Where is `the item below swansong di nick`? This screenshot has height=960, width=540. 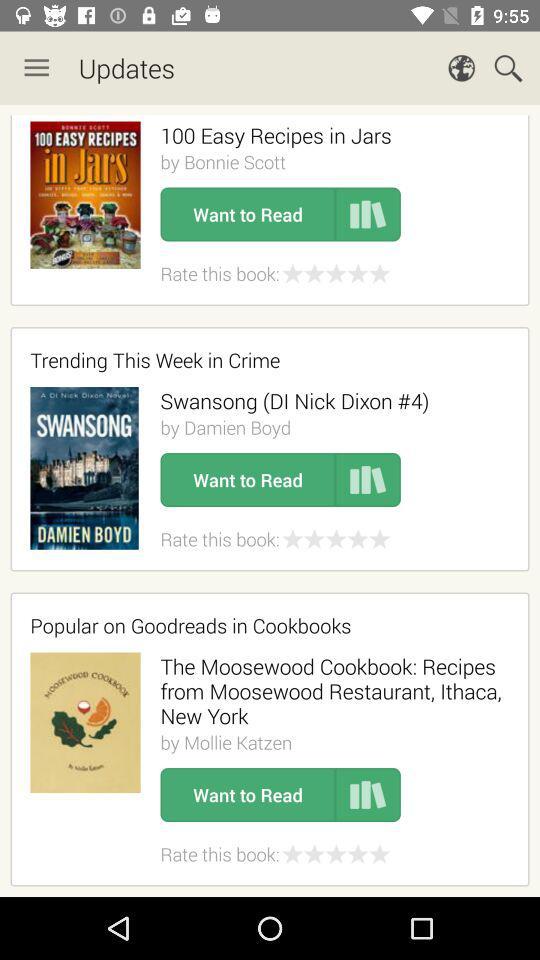
the item below swansong di nick is located at coordinates (224, 427).